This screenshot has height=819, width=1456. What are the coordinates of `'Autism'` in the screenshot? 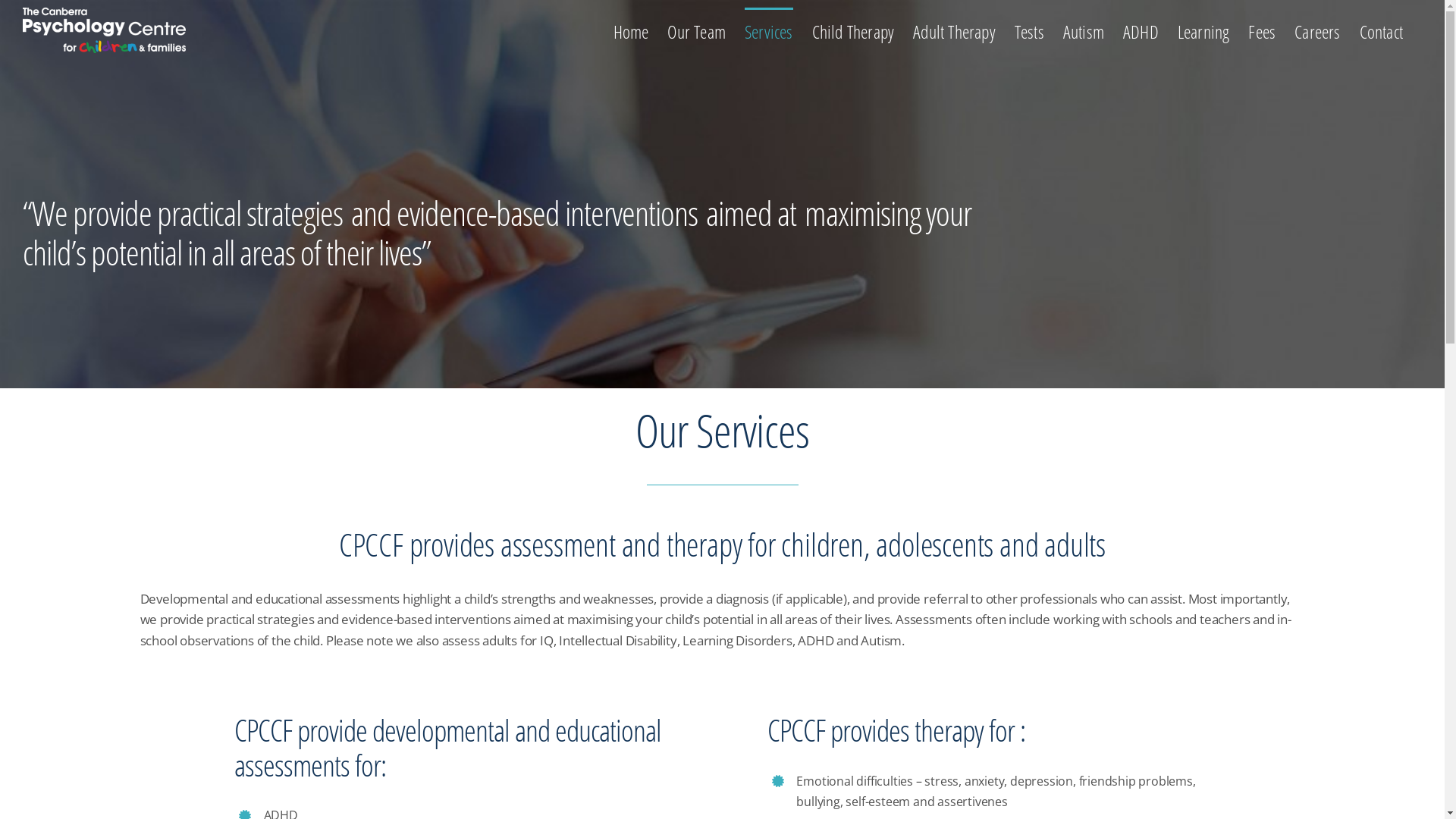 It's located at (1083, 30).